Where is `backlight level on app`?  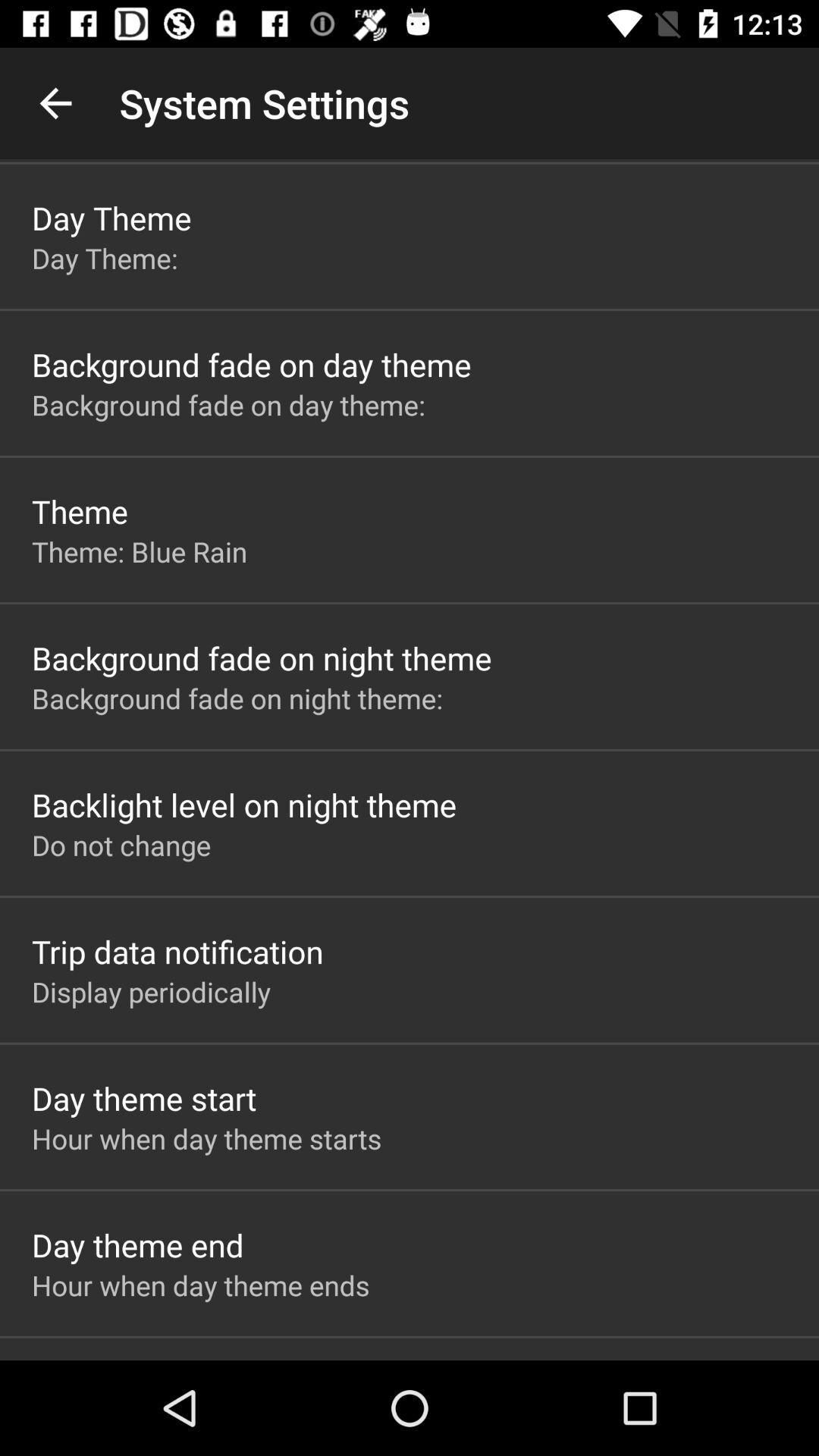 backlight level on app is located at coordinates (243, 804).